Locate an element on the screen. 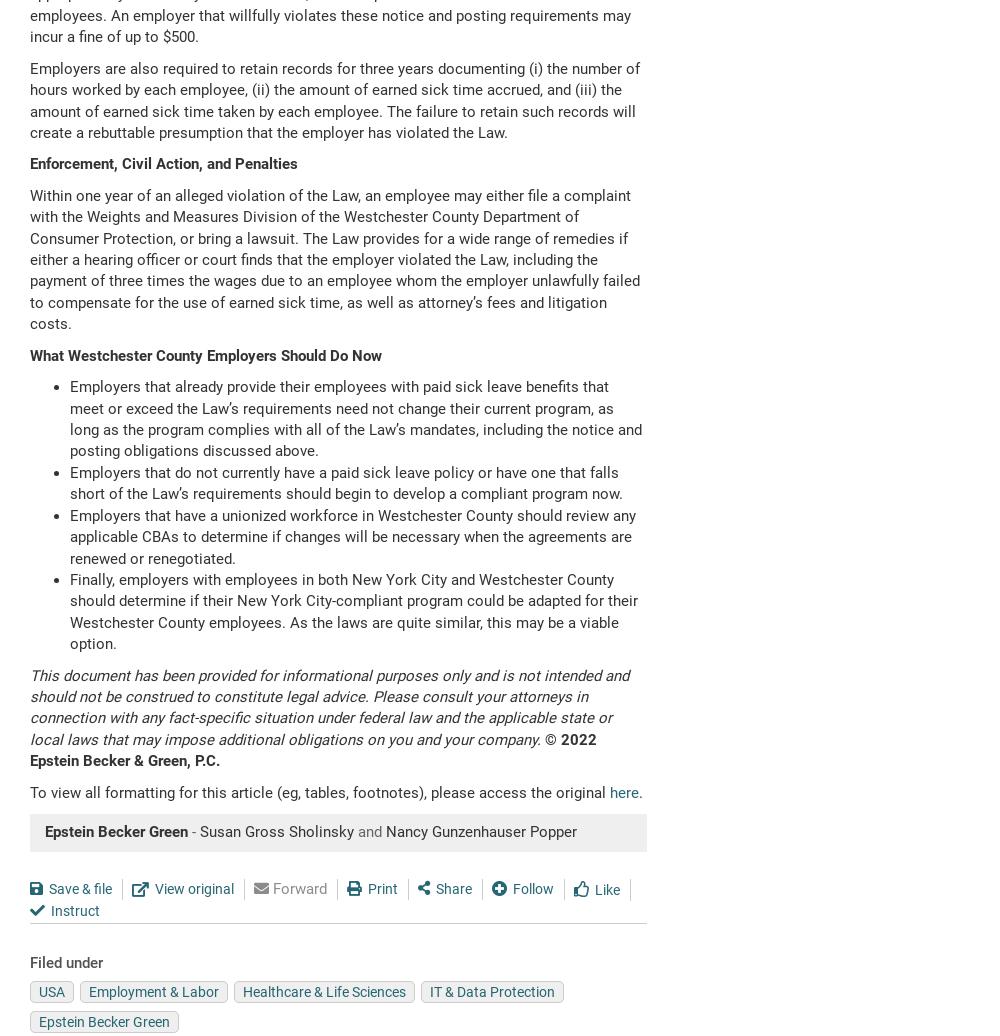  'Follow' is located at coordinates (533, 887).